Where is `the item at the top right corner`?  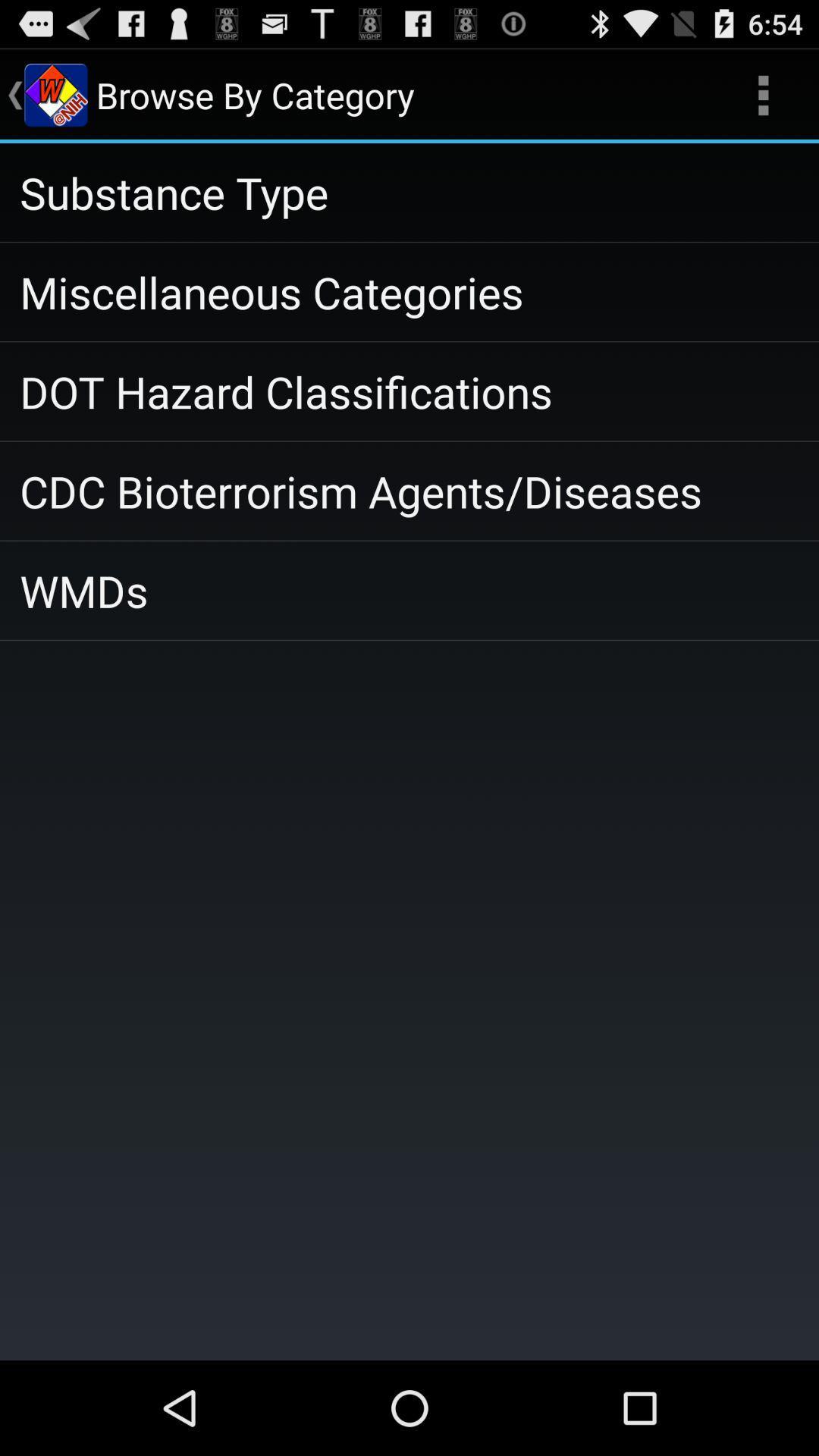
the item at the top right corner is located at coordinates (763, 94).